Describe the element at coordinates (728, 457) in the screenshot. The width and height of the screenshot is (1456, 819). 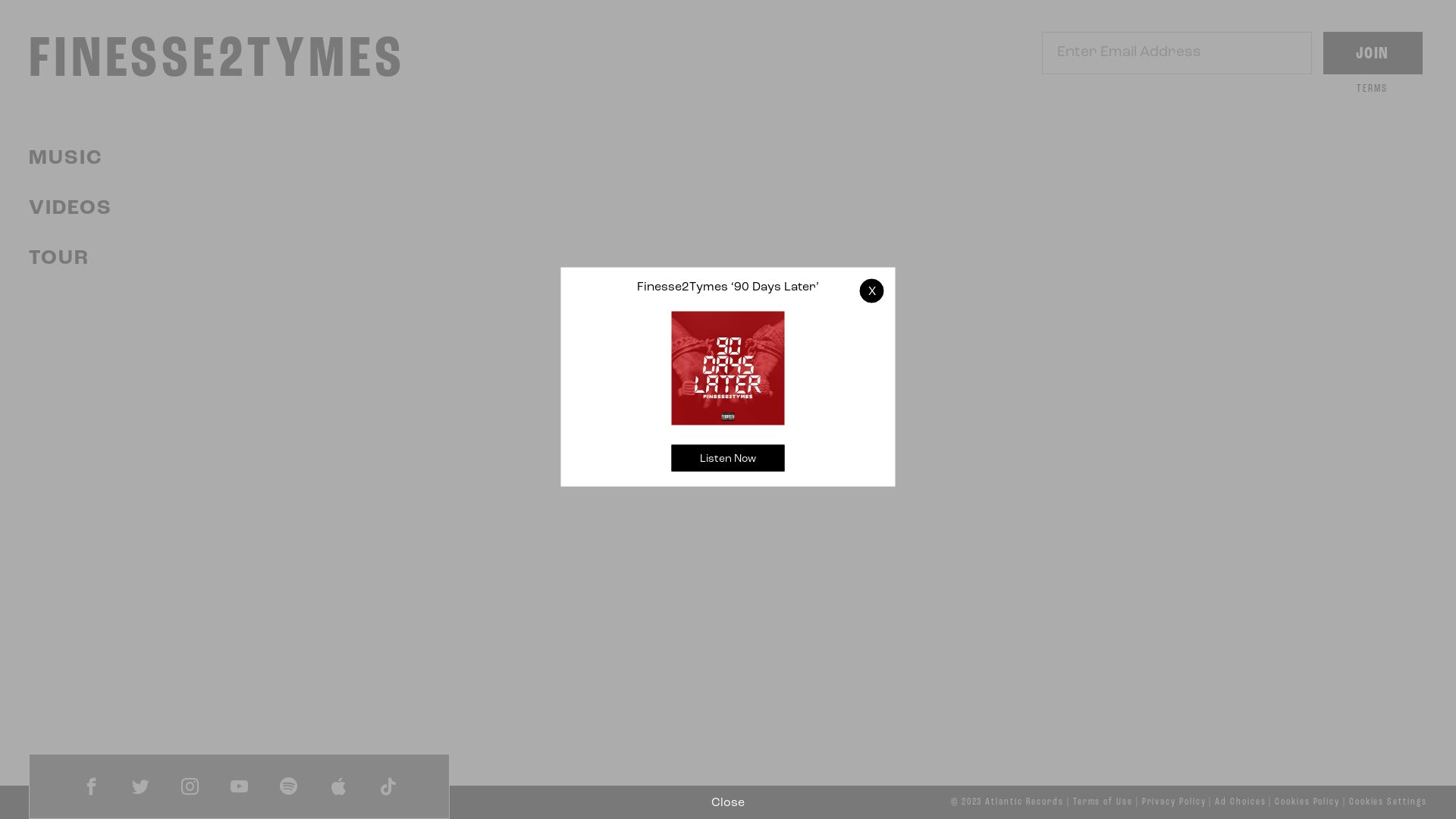
I see `'Listen Now'` at that location.